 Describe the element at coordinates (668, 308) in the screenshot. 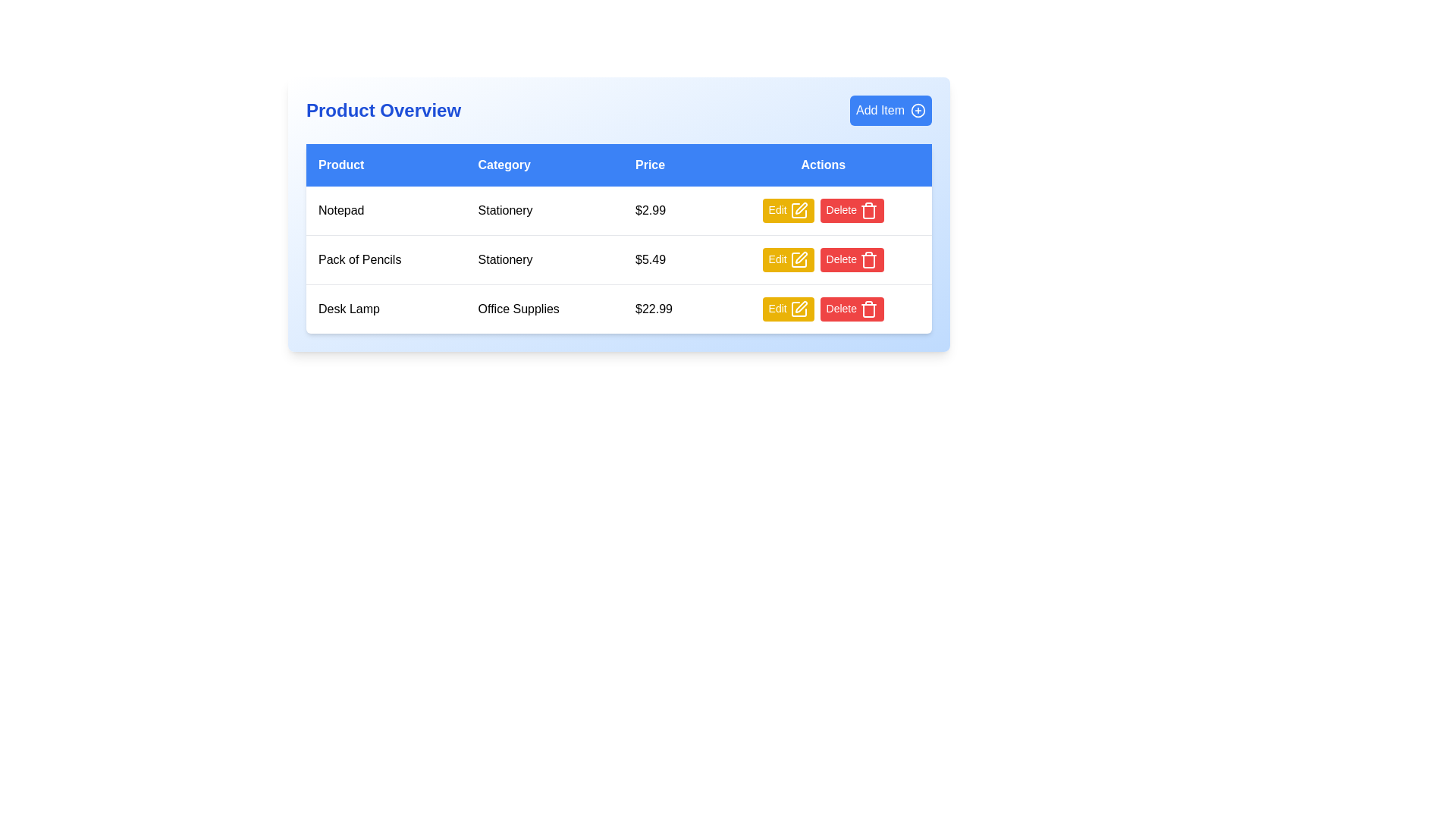

I see `the price text displaying the cost of the 'Desk Lamp' item located in the third row of the table, adjacent to 'Office Supplies' on the left and 'Edit' and 'Delete' buttons on the right` at that location.